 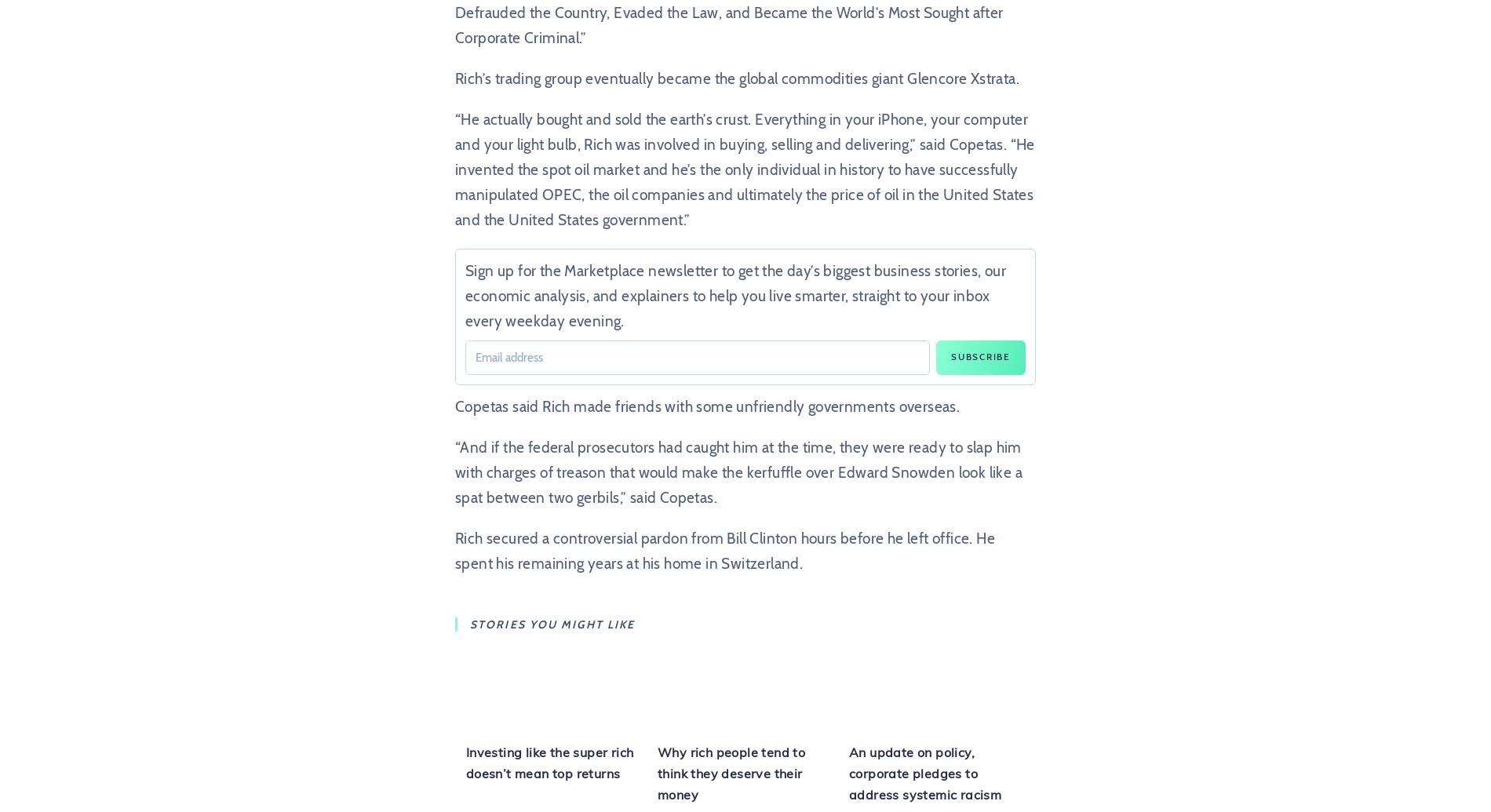 What do you see at coordinates (738, 472) in the screenshot?
I see `'“And if the federal prosecutors had caught him at the time, they were ready to slap him with charges of treason that would make the kerfuffle over Edward Snowden look like a spat between two gerbils,” said Copetas.'` at bounding box center [738, 472].